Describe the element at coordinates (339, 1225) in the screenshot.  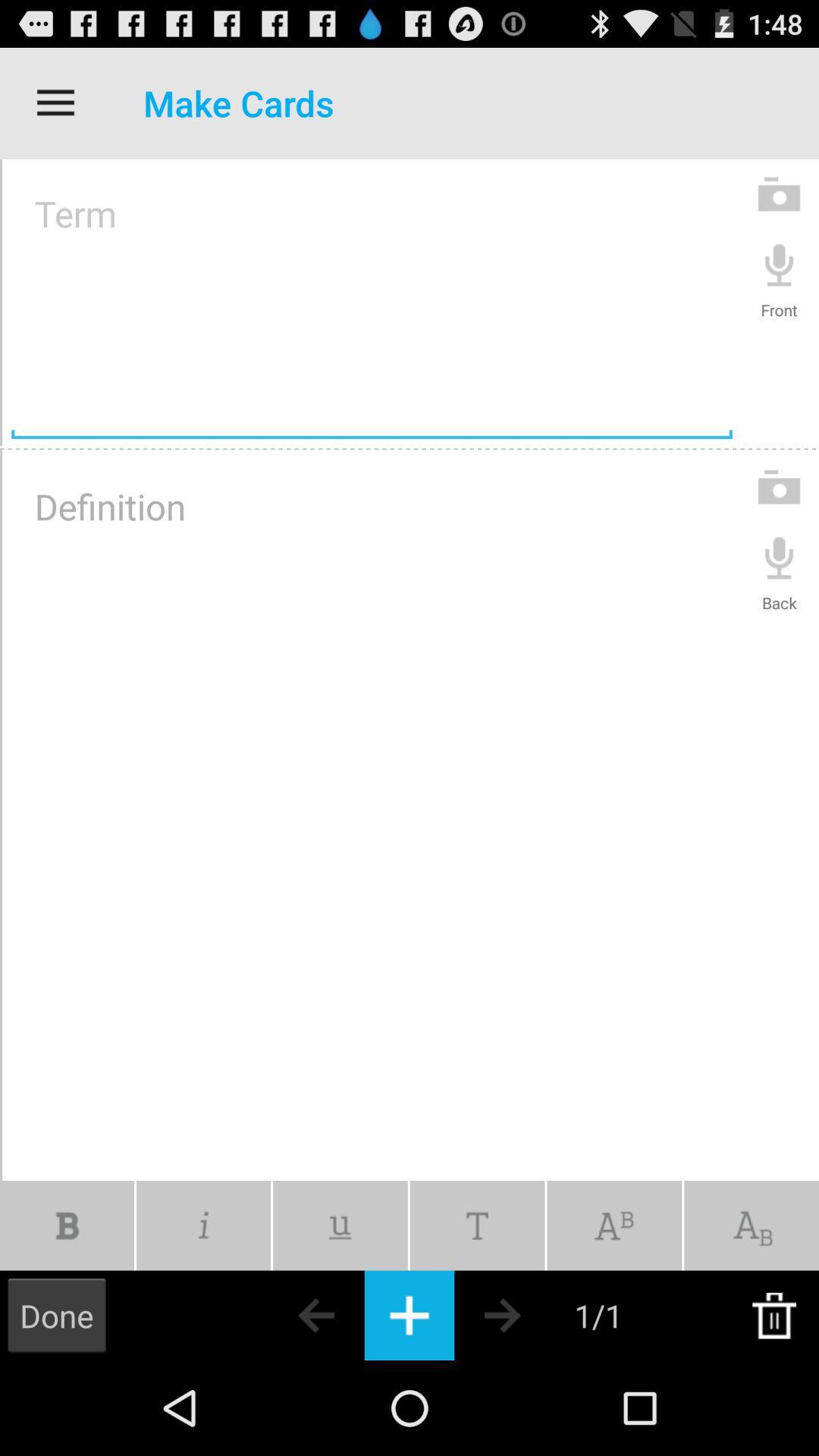
I see `shows underlined icon` at that location.